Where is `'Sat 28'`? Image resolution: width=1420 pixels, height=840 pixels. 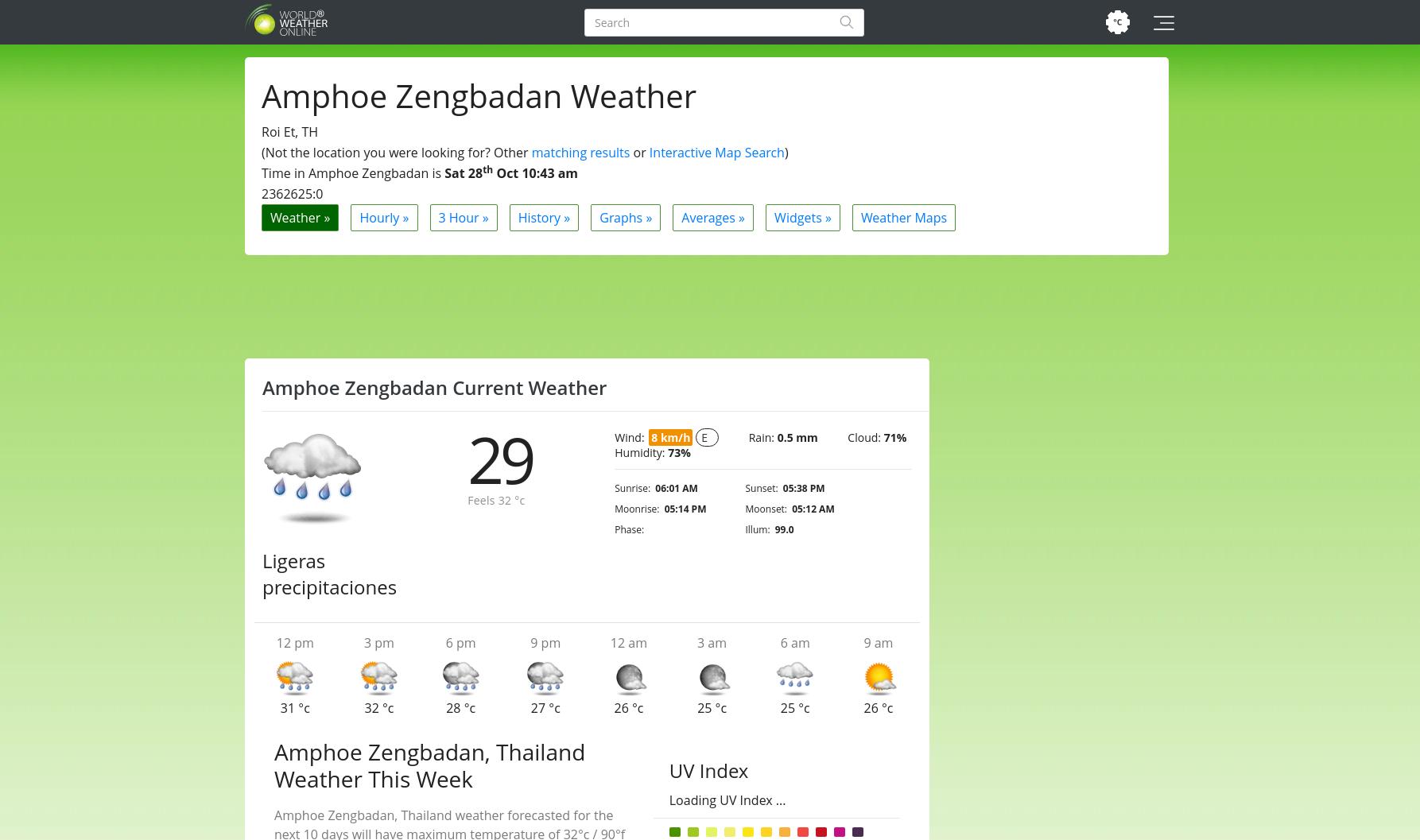
'Sat 28' is located at coordinates (462, 172).